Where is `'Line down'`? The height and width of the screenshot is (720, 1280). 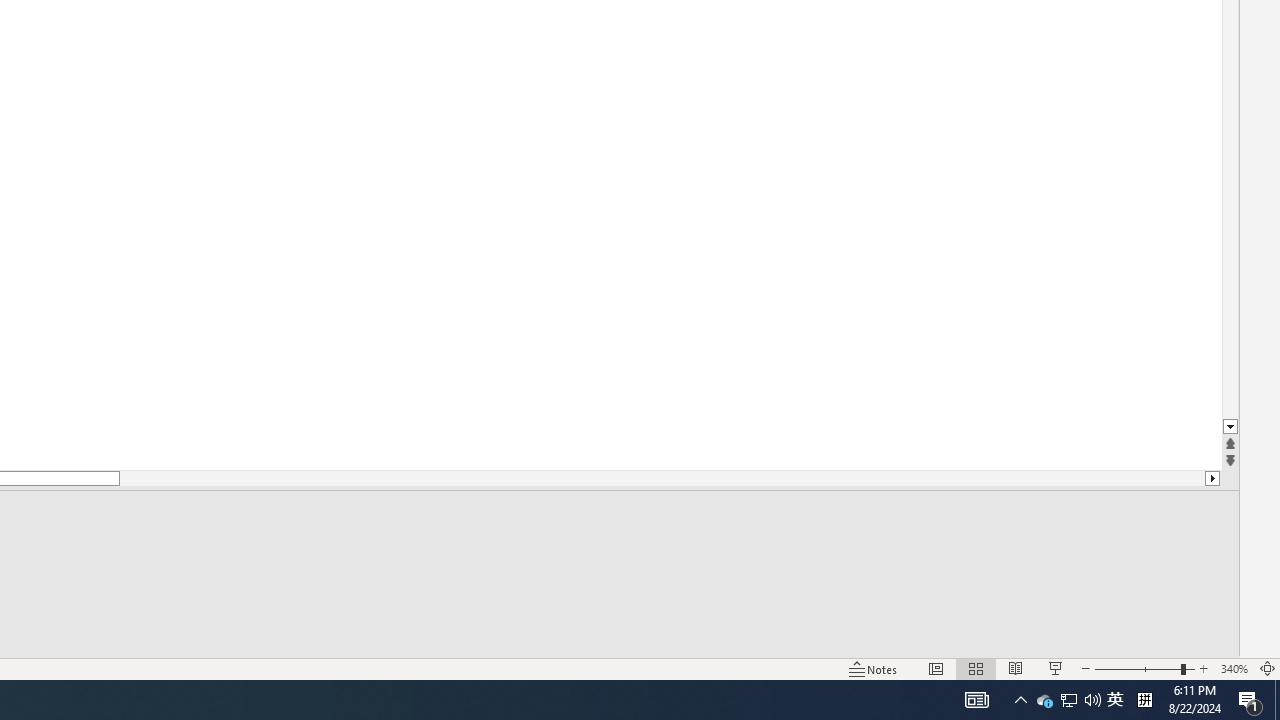
'Line down' is located at coordinates (1229, 426).